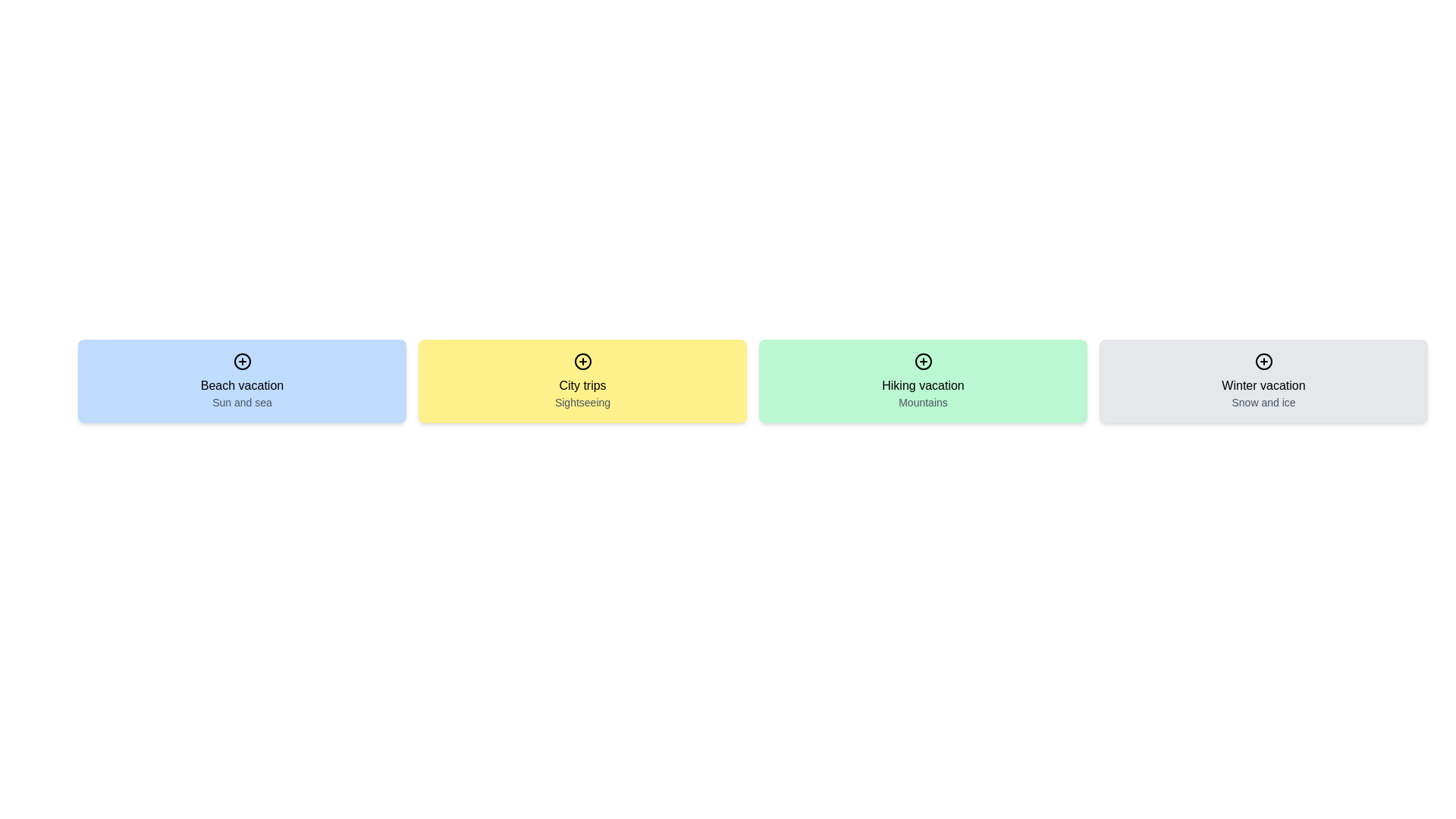  Describe the element at coordinates (922, 402) in the screenshot. I see `the Text Label displaying 'Mountains' in gray color, located within the 'Hiking vacation' card section` at that location.